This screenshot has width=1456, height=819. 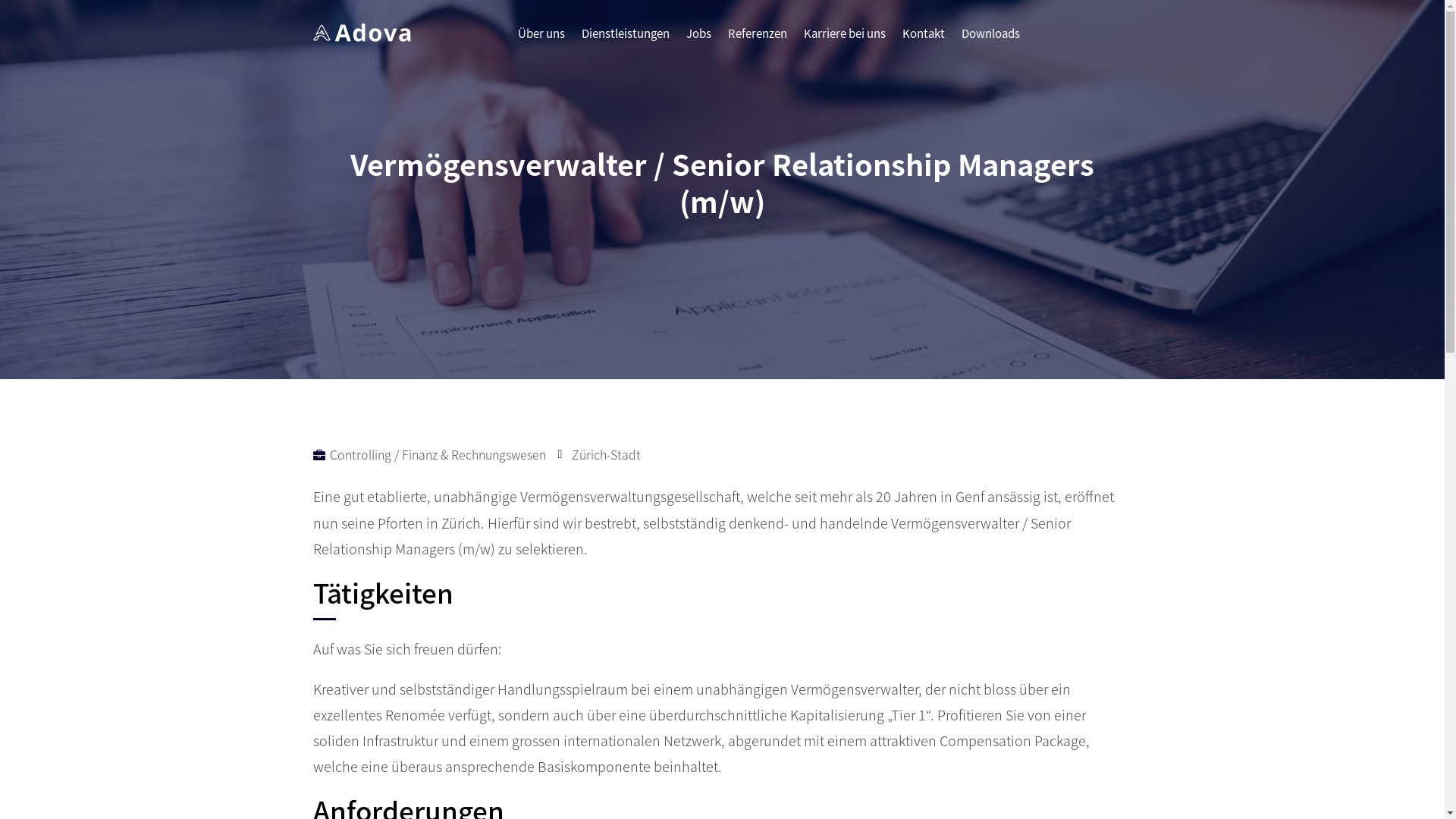 What do you see at coordinates (757, 38) in the screenshot?
I see `'Referenzen'` at bounding box center [757, 38].